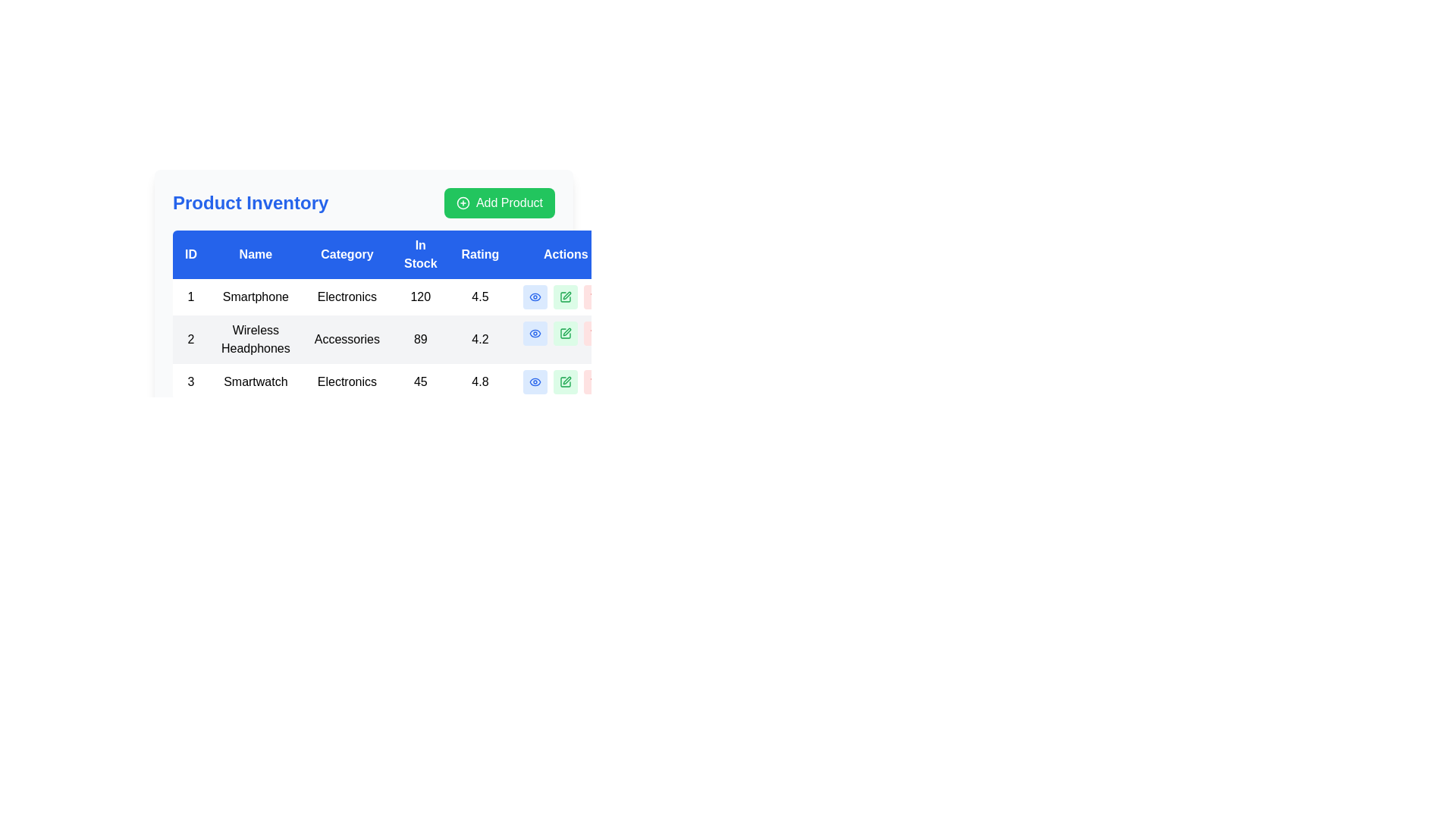  What do you see at coordinates (420, 253) in the screenshot?
I see `the table header cell labeled 'In Stock'` at bounding box center [420, 253].